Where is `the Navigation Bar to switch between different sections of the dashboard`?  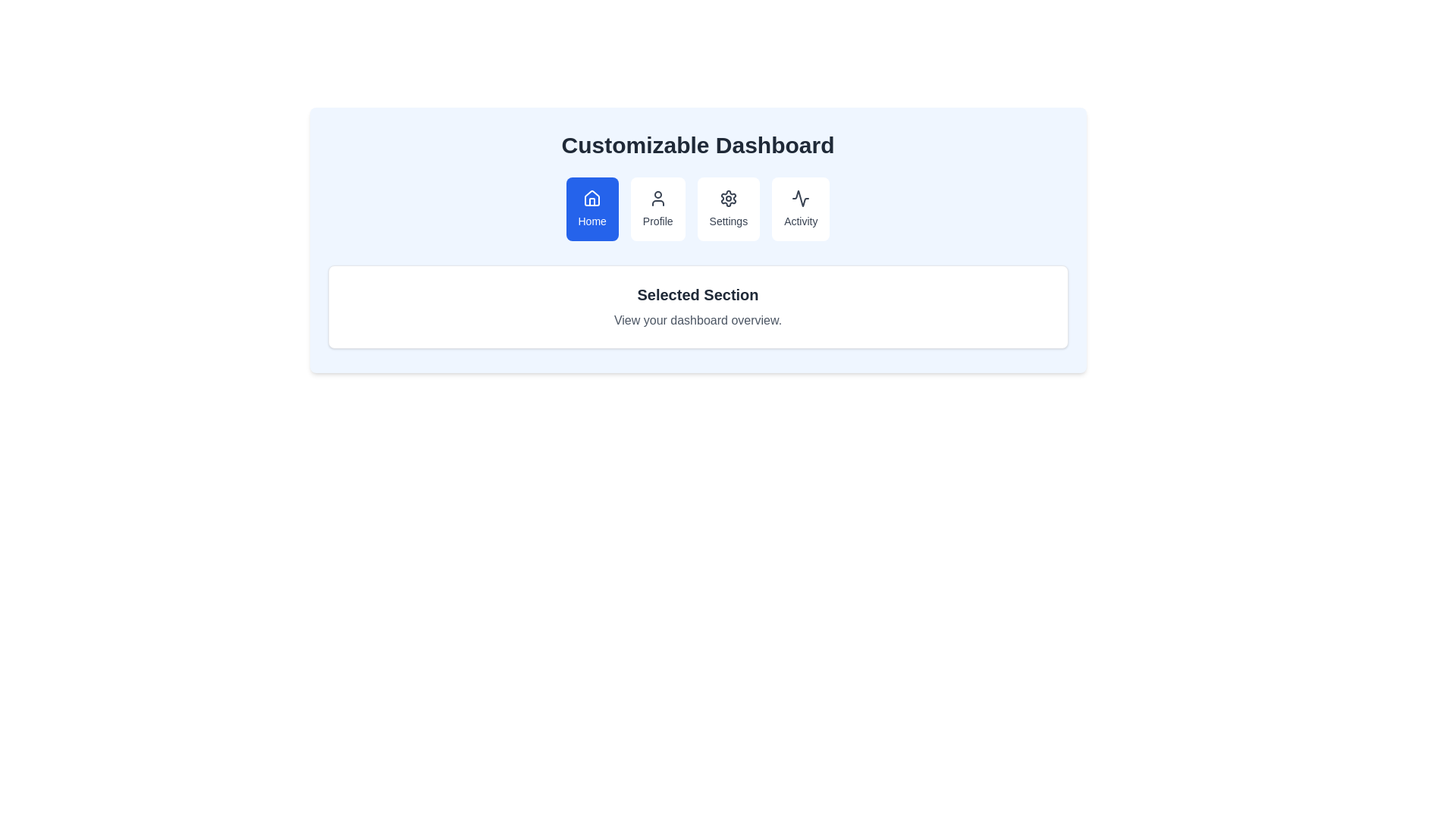 the Navigation Bar to switch between different sections of the dashboard is located at coordinates (697, 209).